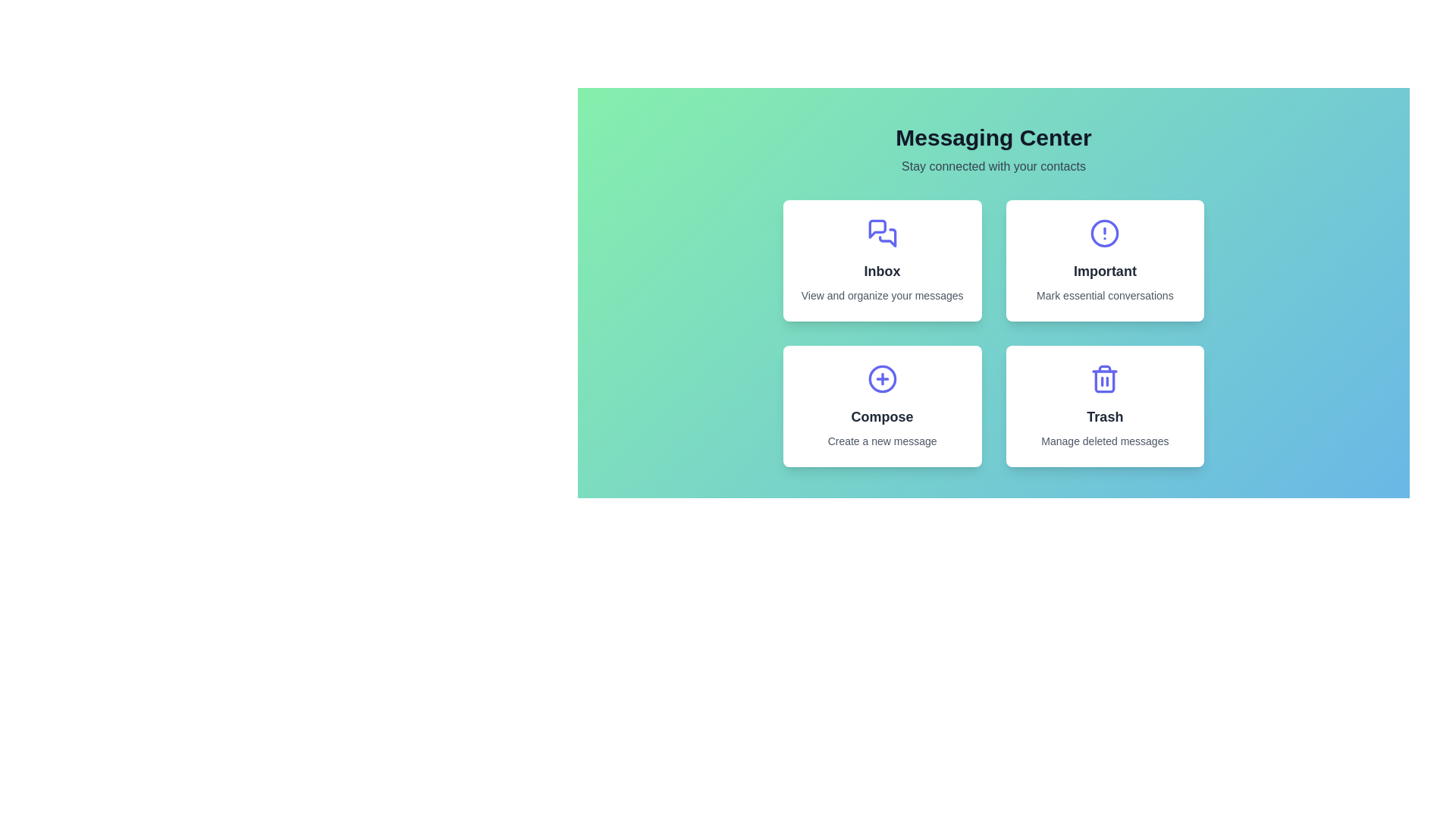 The height and width of the screenshot is (819, 1456). What do you see at coordinates (1105, 295) in the screenshot?
I see `the text label that says 'Mark essential conversations', which is located below the 'Important' text in the rectangular card` at bounding box center [1105, 295].